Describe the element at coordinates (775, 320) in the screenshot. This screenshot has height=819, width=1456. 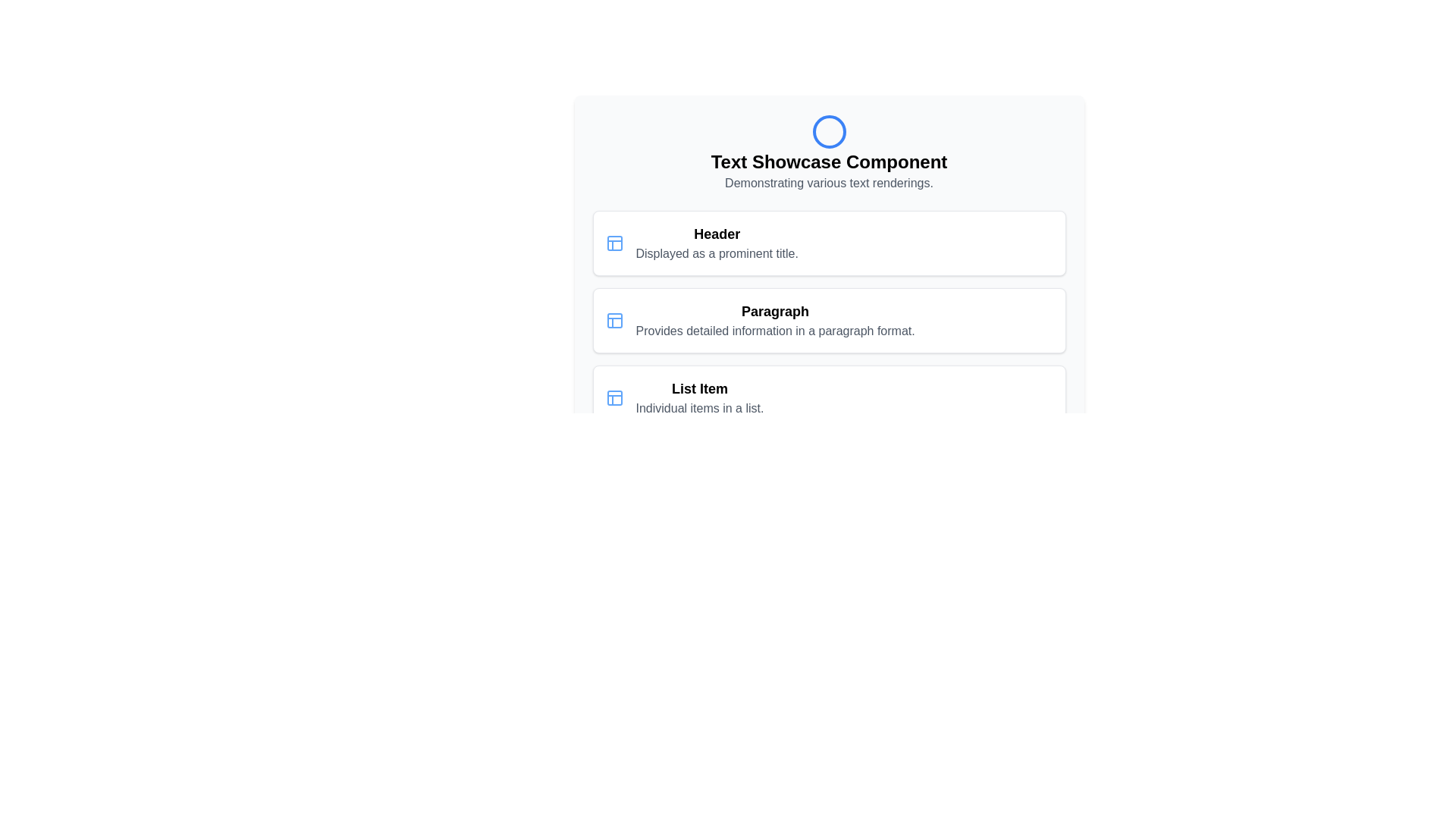
I see `the informational text block that describes a topic, positioned below the 'Header' and above the 'List Item'` at that location.